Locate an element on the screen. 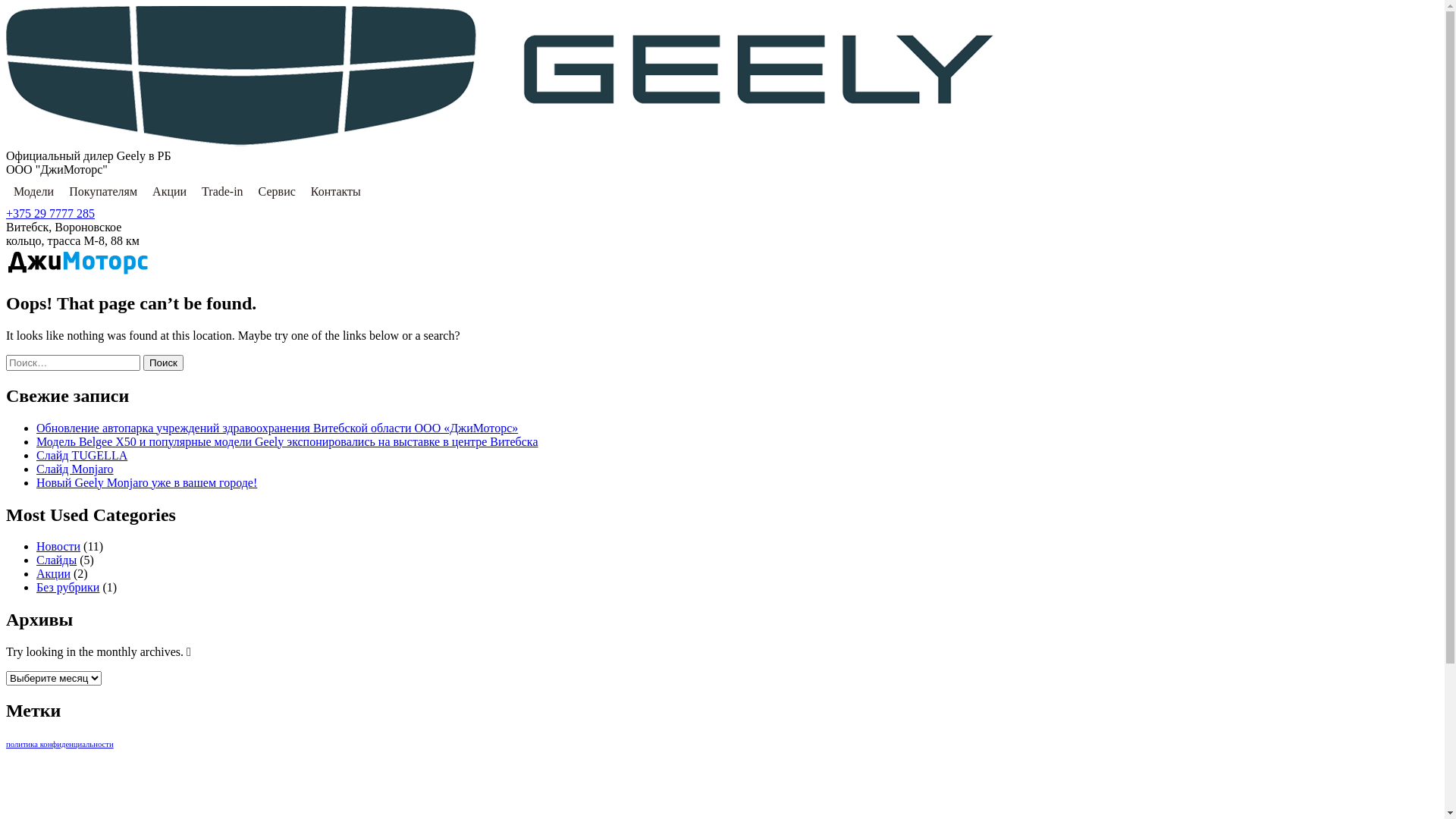 This screenshot has height=819, width=1456. '+375 29 7777 285' is located at coordinates (50, 213).